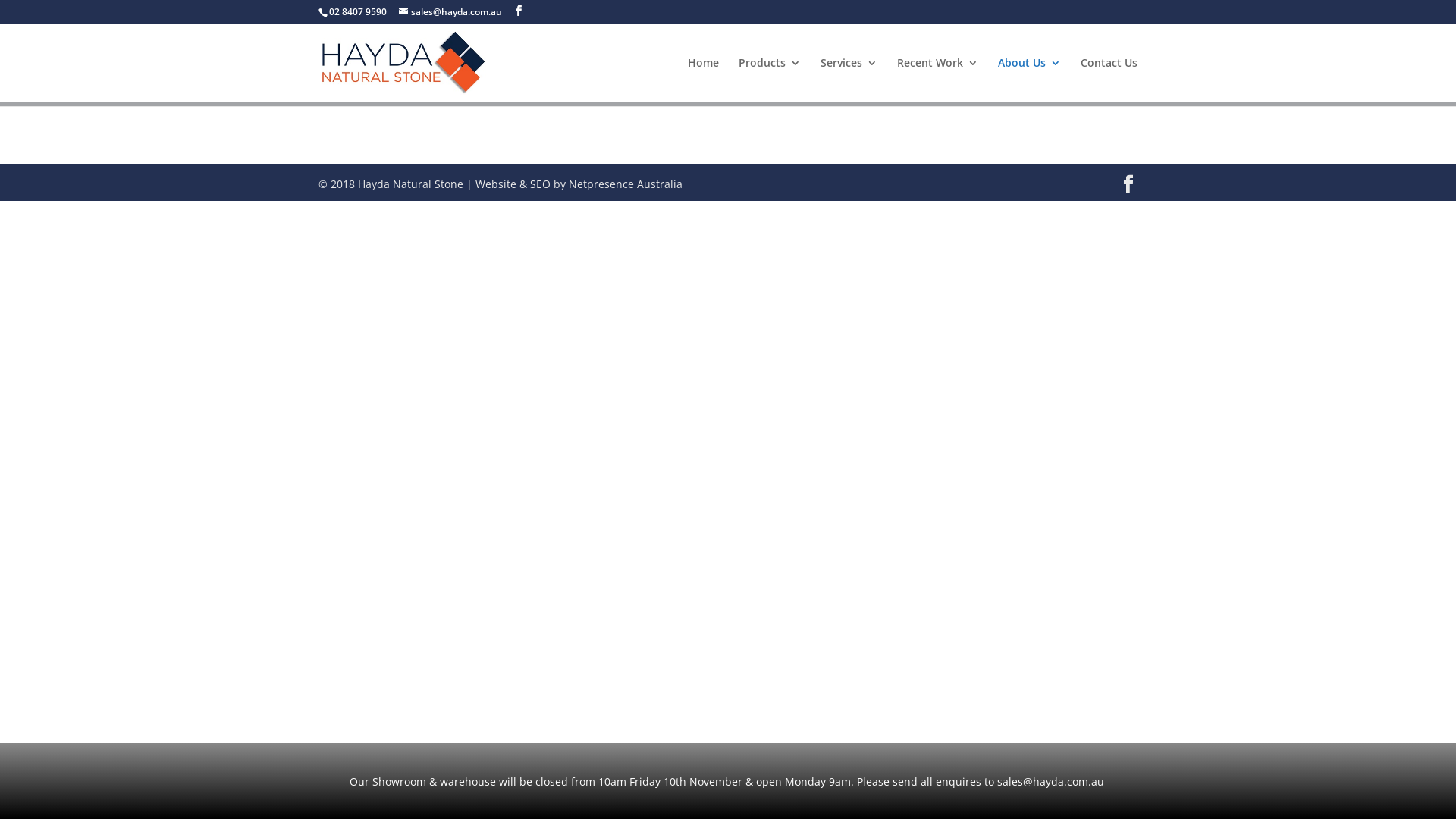 The width and height of the screenshot is (1456, 819). I want to click on 'Recent Work', so click(937, 80).